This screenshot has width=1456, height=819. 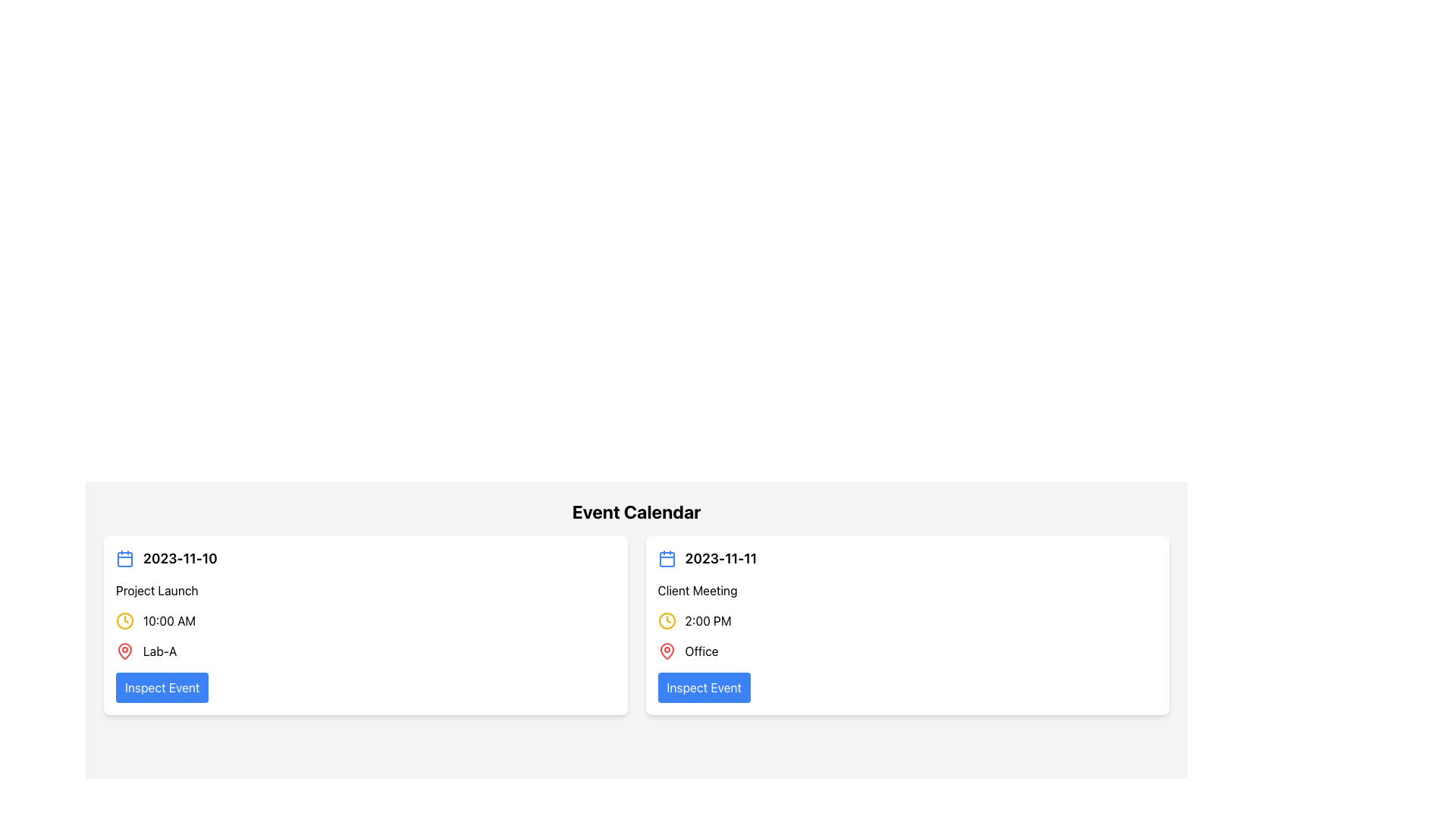 What do you see at coordinates (124, 651) in the screenshot?
I see `the red map pin icon located to the left of the text 'Lab-A' in the event details for 'Project Launch' scheduled on '2023-11-10'` at bounding box center [124, 651].